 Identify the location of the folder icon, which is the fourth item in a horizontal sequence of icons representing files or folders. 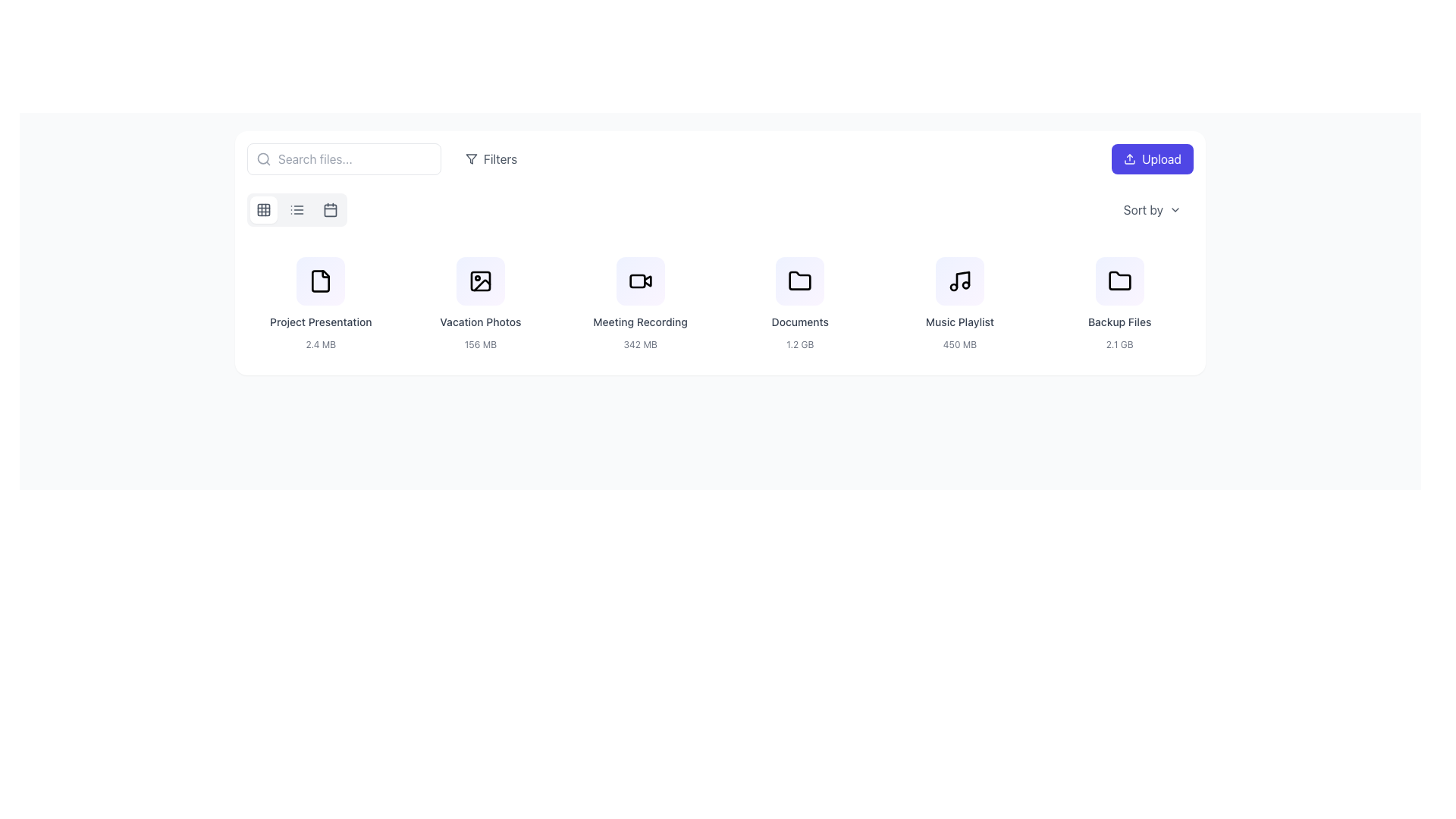
(799, 281).